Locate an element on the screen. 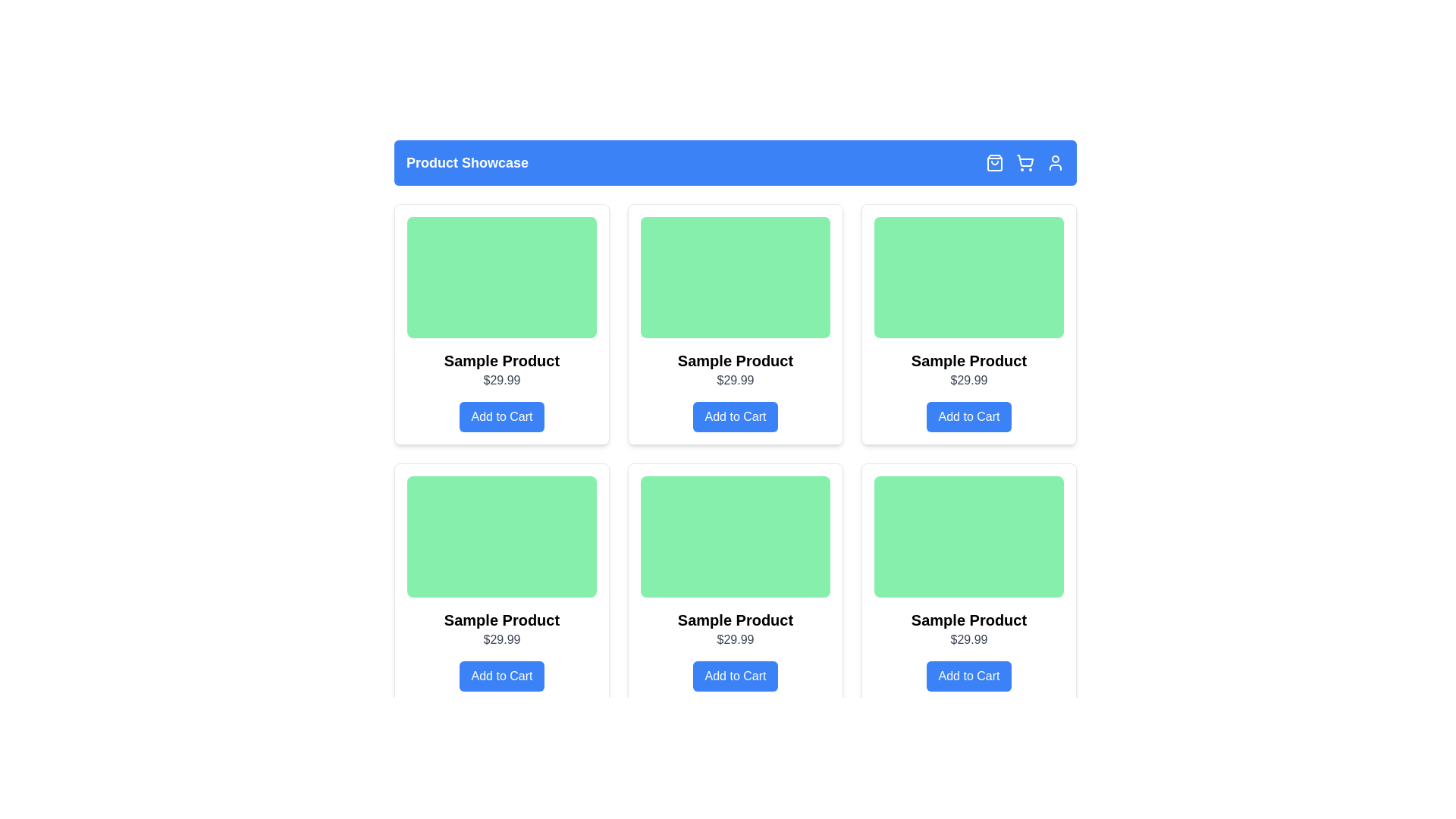  the green image box or visual placeholder located at the top of the card labeled 'Sample Product' priced at '$29.99', which is situated in the second row and first column of the grid layout is located at coordinates (502, 536).